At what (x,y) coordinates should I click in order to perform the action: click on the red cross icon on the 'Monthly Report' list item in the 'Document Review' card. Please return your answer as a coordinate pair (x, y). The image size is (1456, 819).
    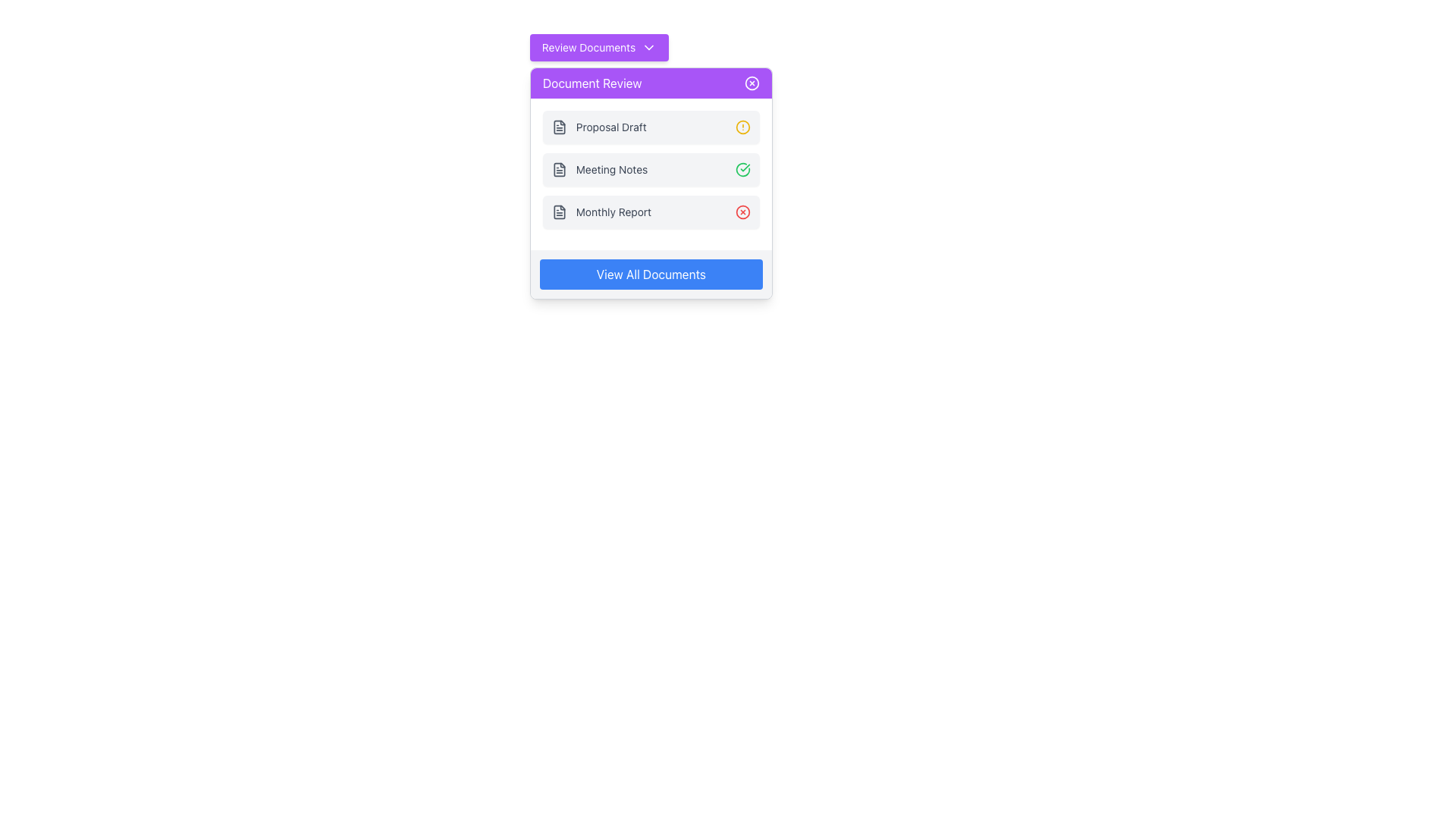
    Looking at the image, I should click on (651, 212).